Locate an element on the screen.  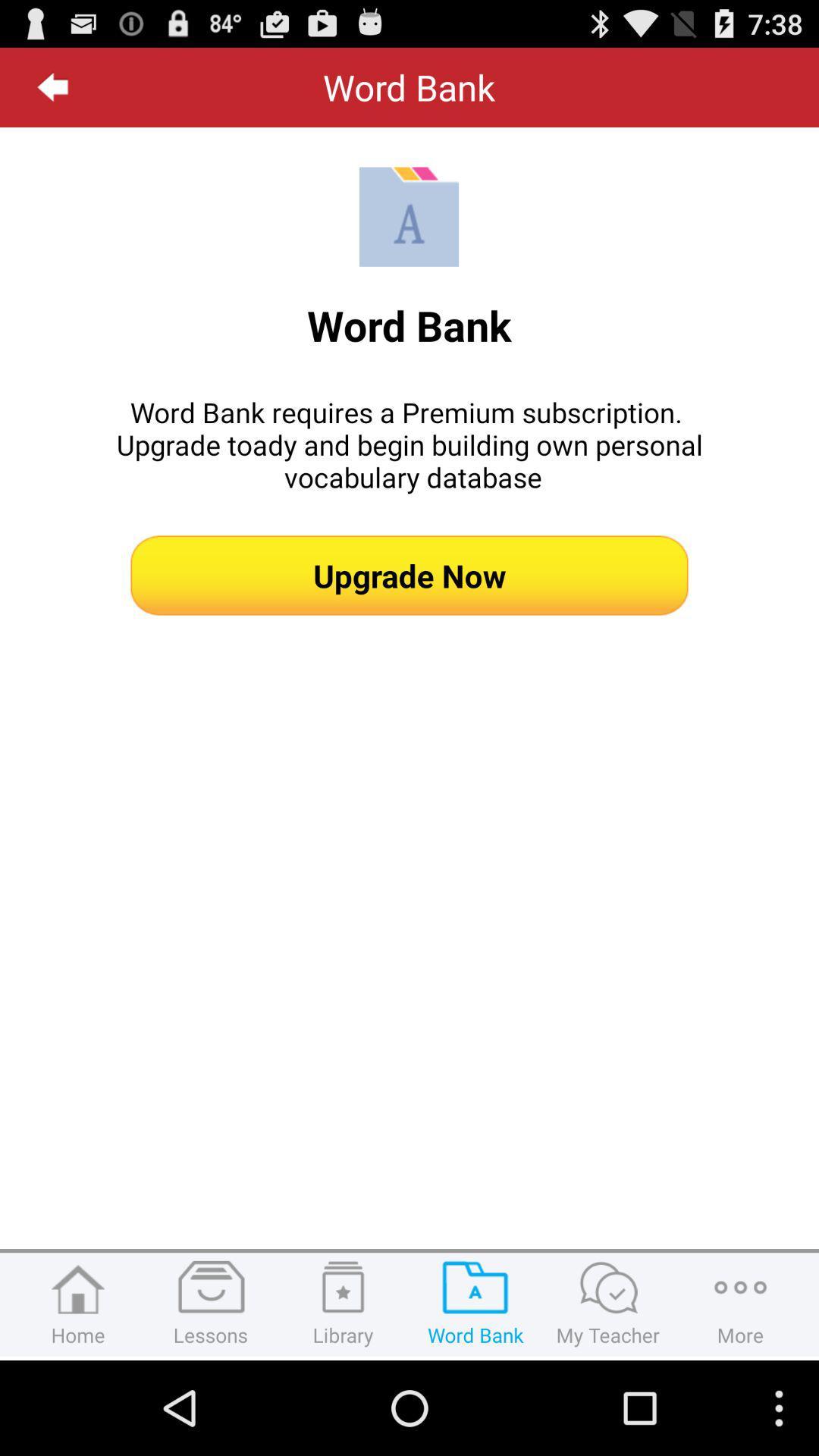
the arrow_backward icon is located at coordinates (52, 93).